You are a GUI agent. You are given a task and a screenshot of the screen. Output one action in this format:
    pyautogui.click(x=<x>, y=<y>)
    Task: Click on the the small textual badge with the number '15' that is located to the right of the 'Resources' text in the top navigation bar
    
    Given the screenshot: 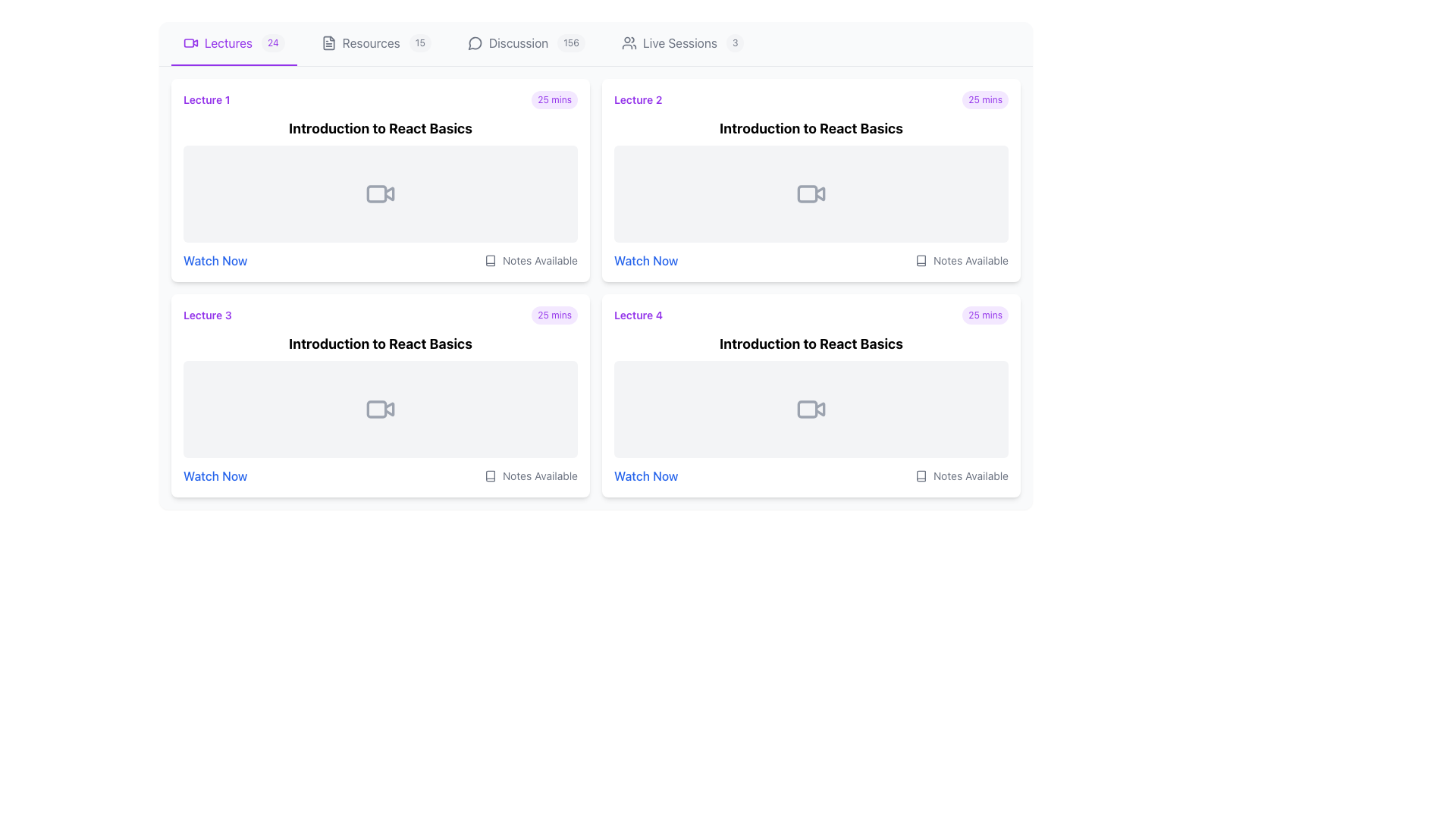 What is the action you would take?
    pyautogui.click(x=420, y=42)
    